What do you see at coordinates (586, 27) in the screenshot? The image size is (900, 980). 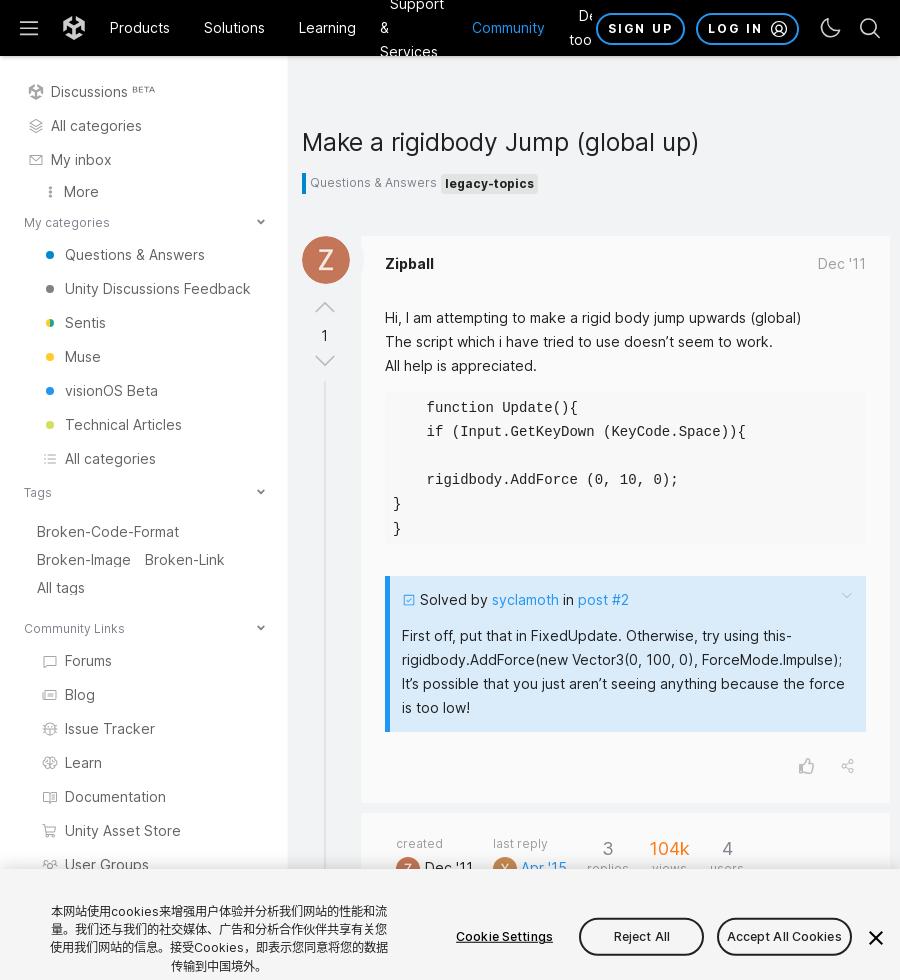 I see `'Dev tools'` at bounding box center [586, 27].